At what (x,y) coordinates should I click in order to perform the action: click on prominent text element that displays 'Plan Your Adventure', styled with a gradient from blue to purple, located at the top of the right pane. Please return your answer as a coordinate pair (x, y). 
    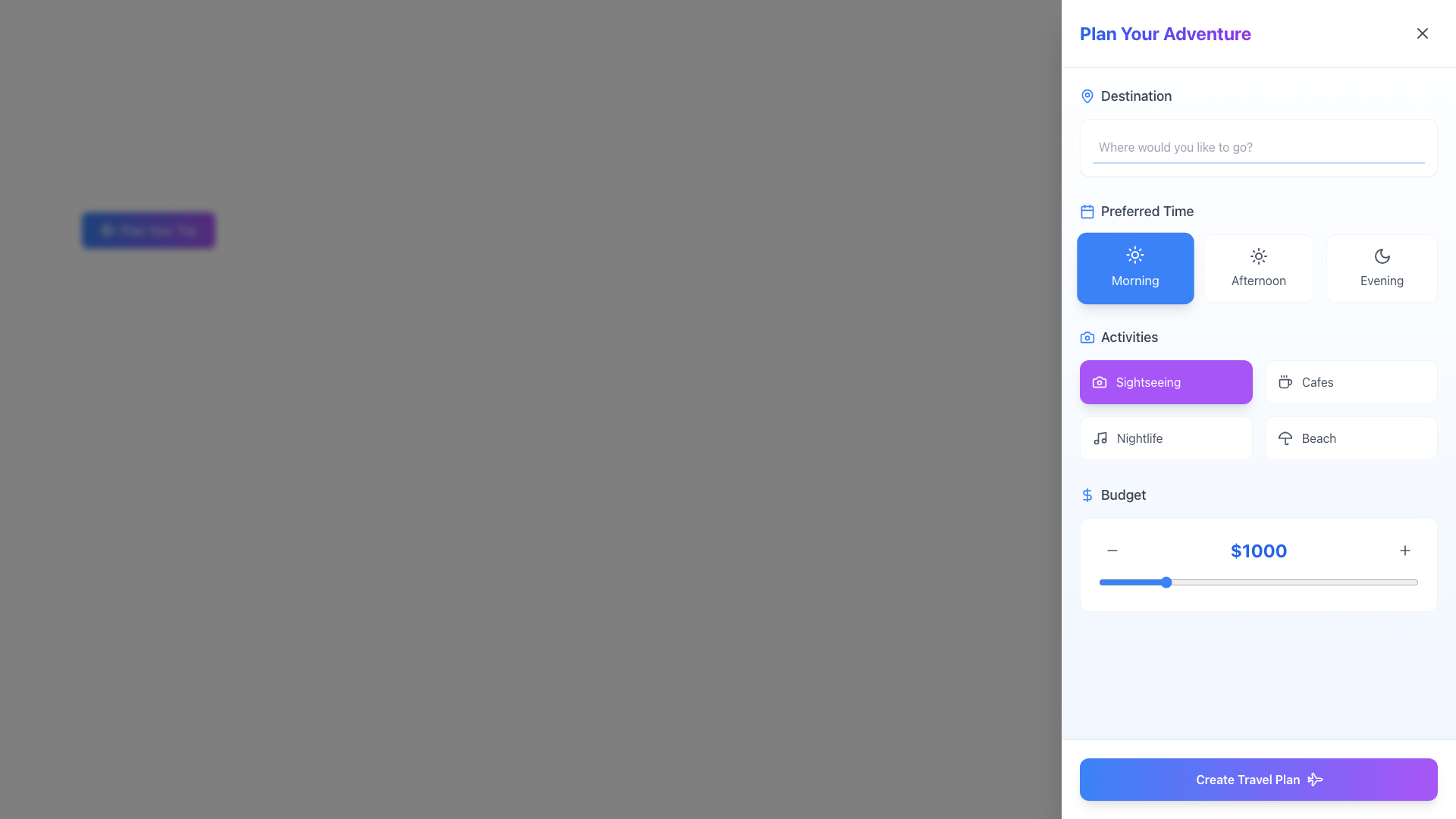
    Looking at the image, I should click on (1165, 33).